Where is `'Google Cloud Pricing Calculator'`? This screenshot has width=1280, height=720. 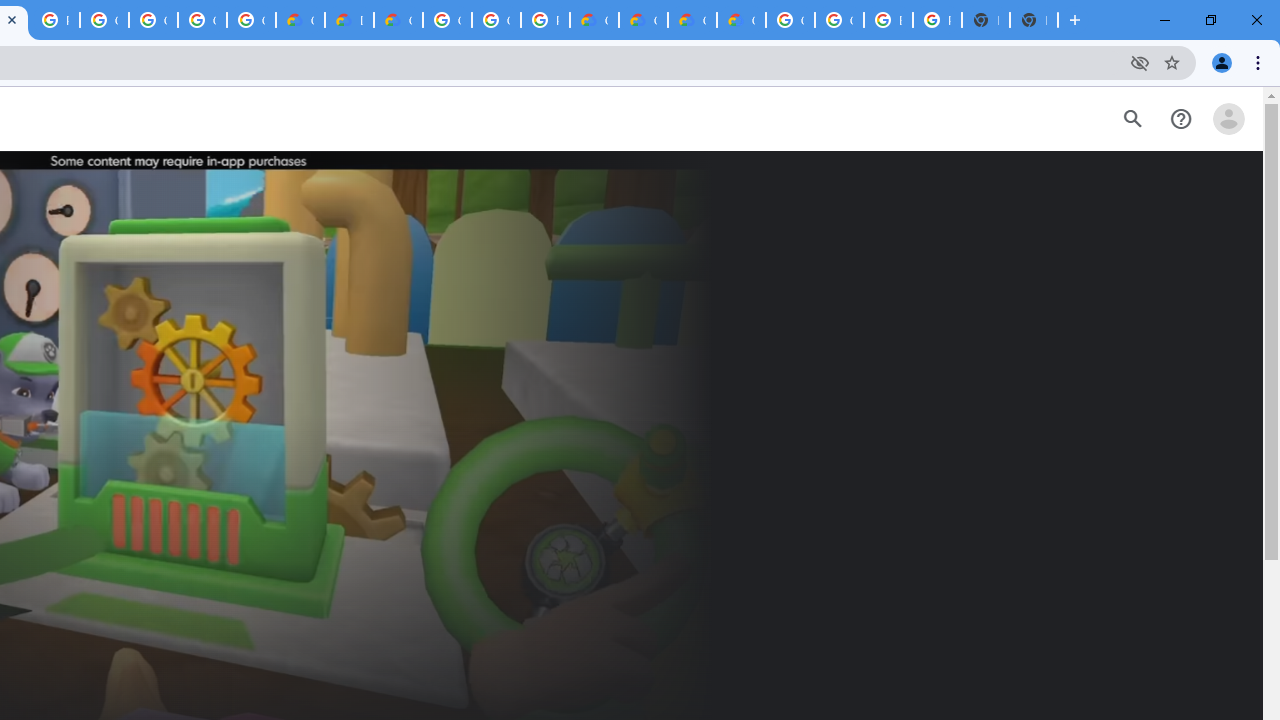
'Google Cloud Pricing Calculator' is located at coordinates (692, 20).